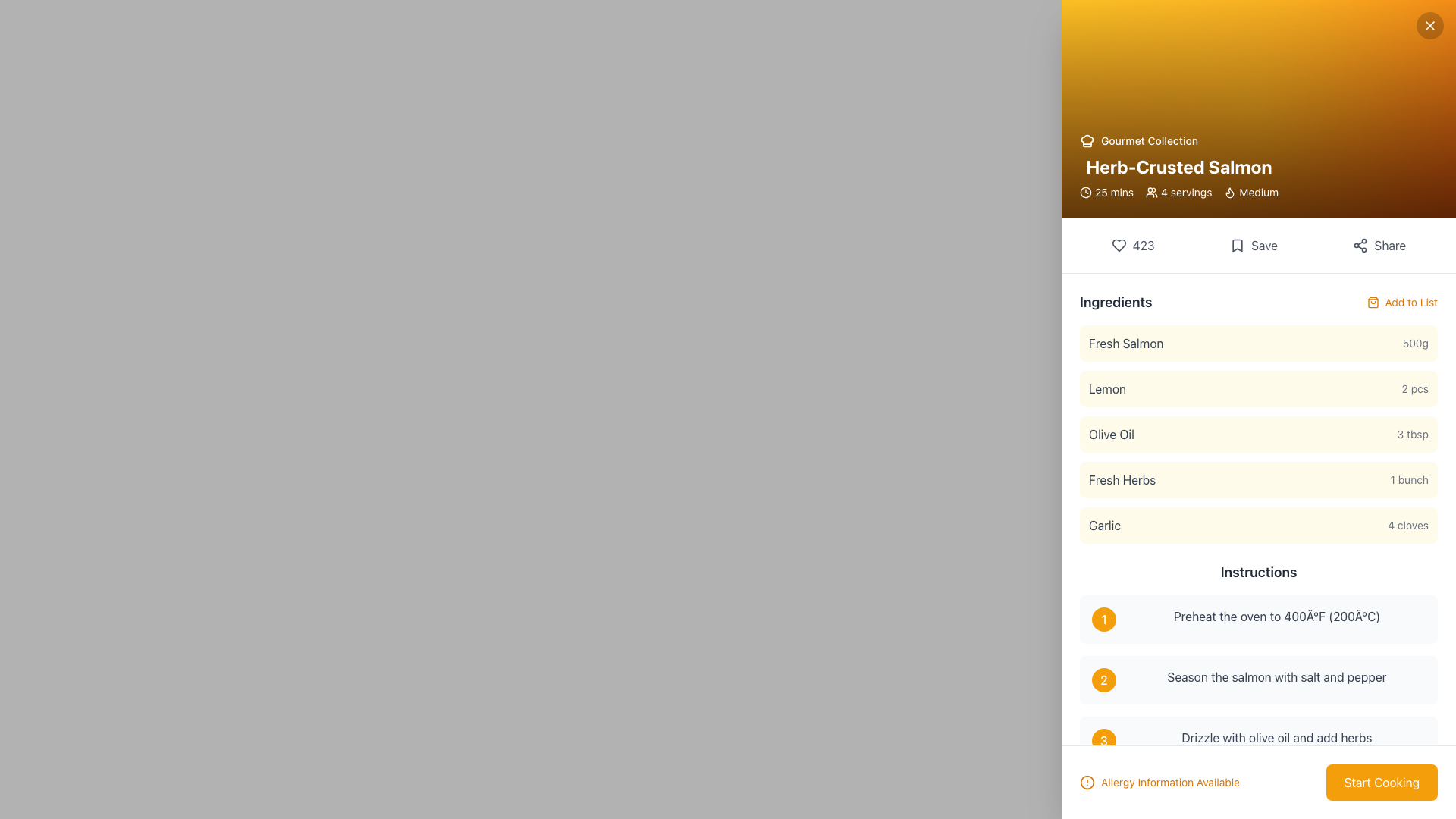 The width and height of the screenshot is (1456, 819). What do you see at coordinates (1373, 302) in the screenshot?
I see `the decorative shopping bag icon located to the left of the 'Add to List' text, which is part of the action button in the 'Ingredients' section` at bounding box center [1373, 302].